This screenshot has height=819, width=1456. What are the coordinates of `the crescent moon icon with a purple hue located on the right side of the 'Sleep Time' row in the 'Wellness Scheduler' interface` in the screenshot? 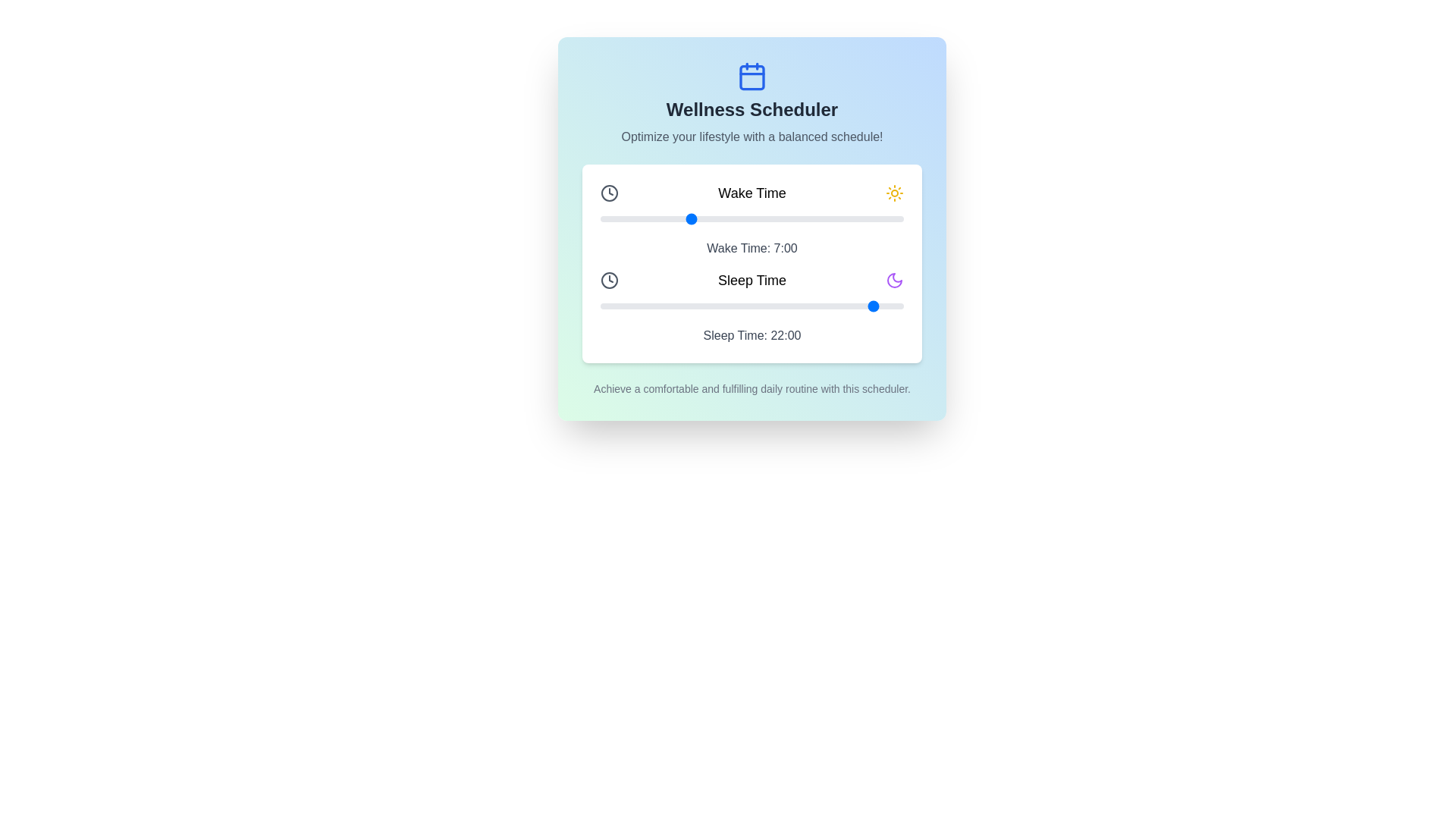 It's located at (895, 281).